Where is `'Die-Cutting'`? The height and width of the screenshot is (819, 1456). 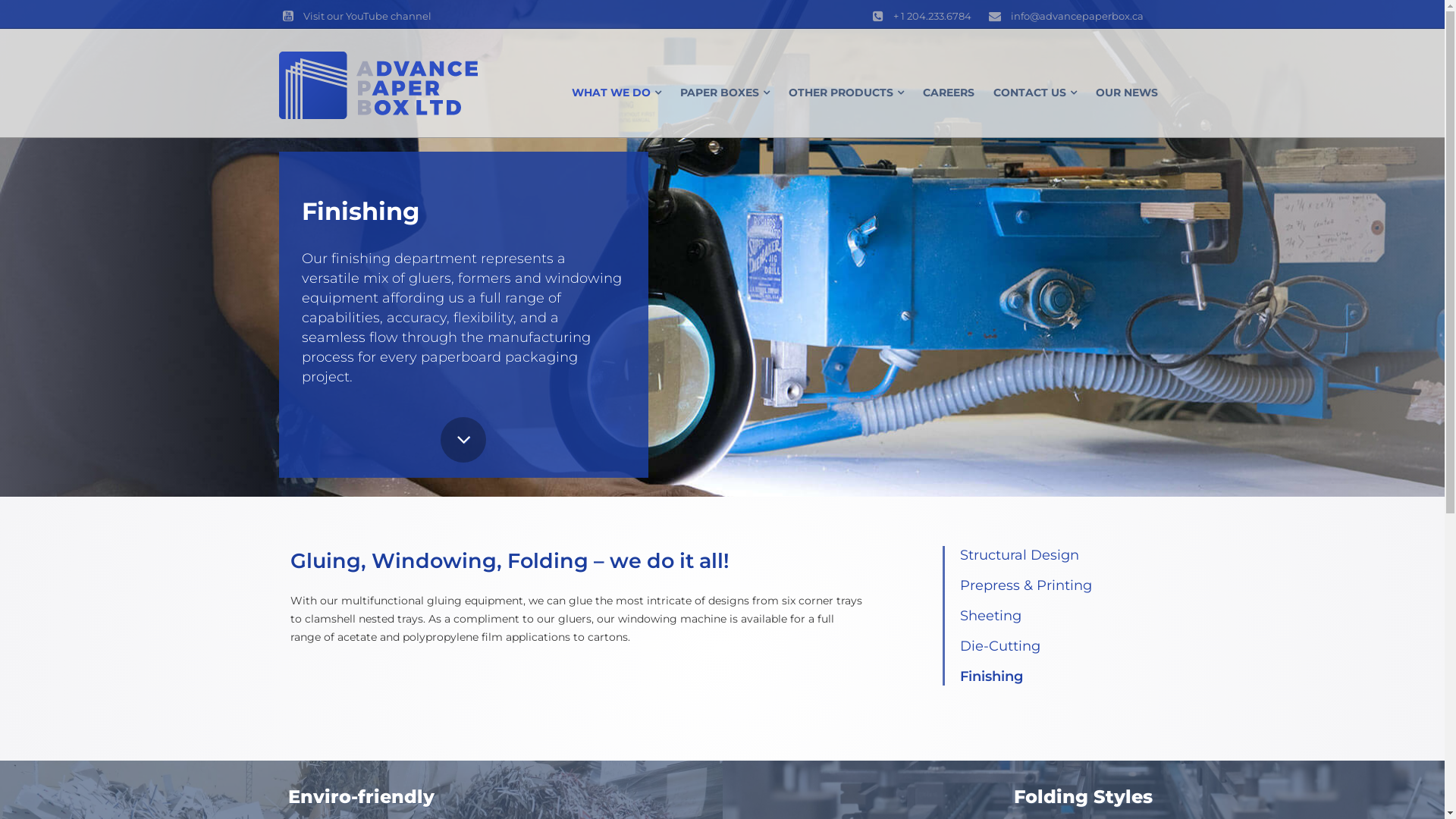
'Die-Cutting' is located at coordinates (959, 646).